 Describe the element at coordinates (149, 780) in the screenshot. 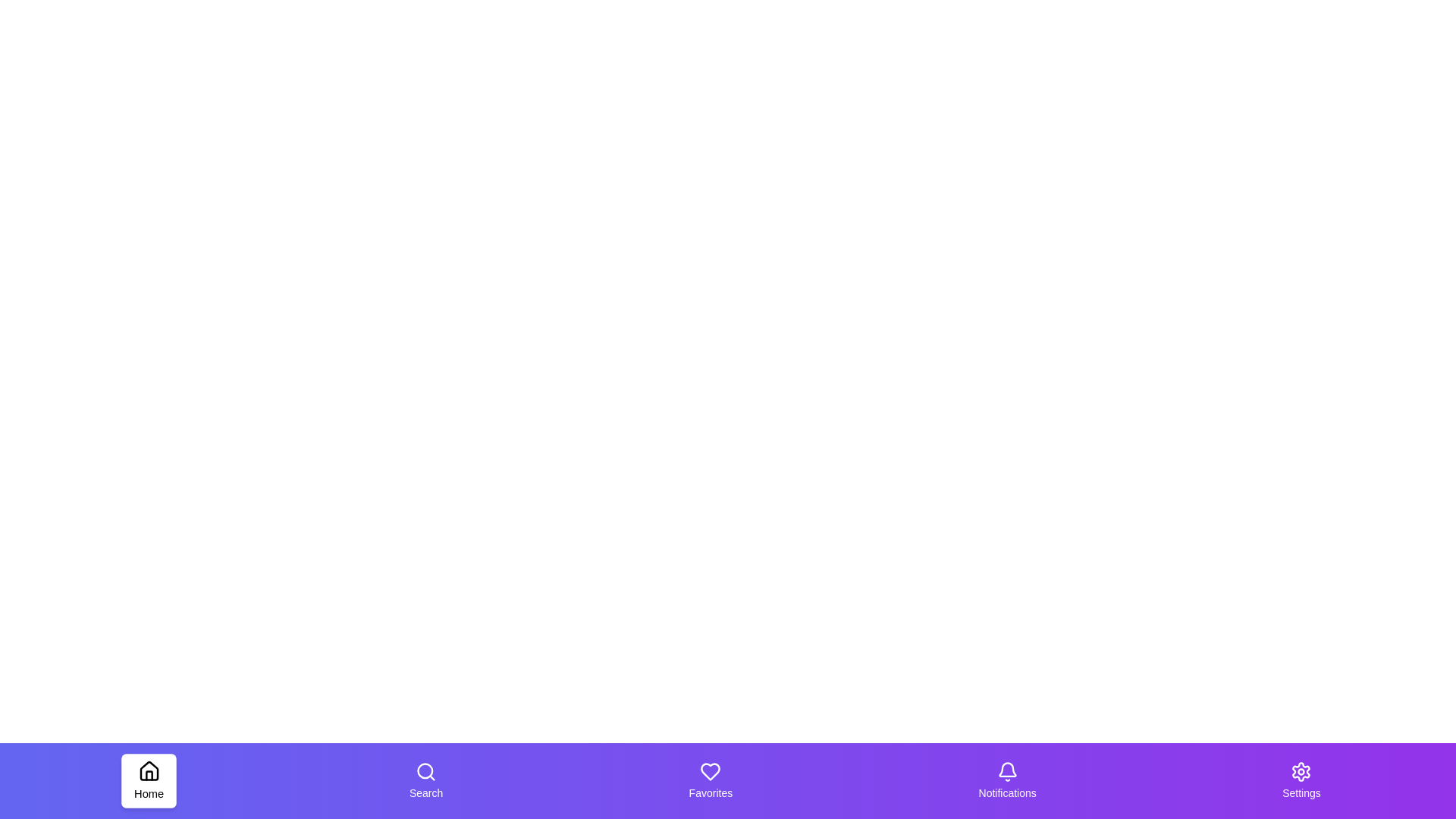

I see `the tab labeled Home to trigger its hover effect` at that location.